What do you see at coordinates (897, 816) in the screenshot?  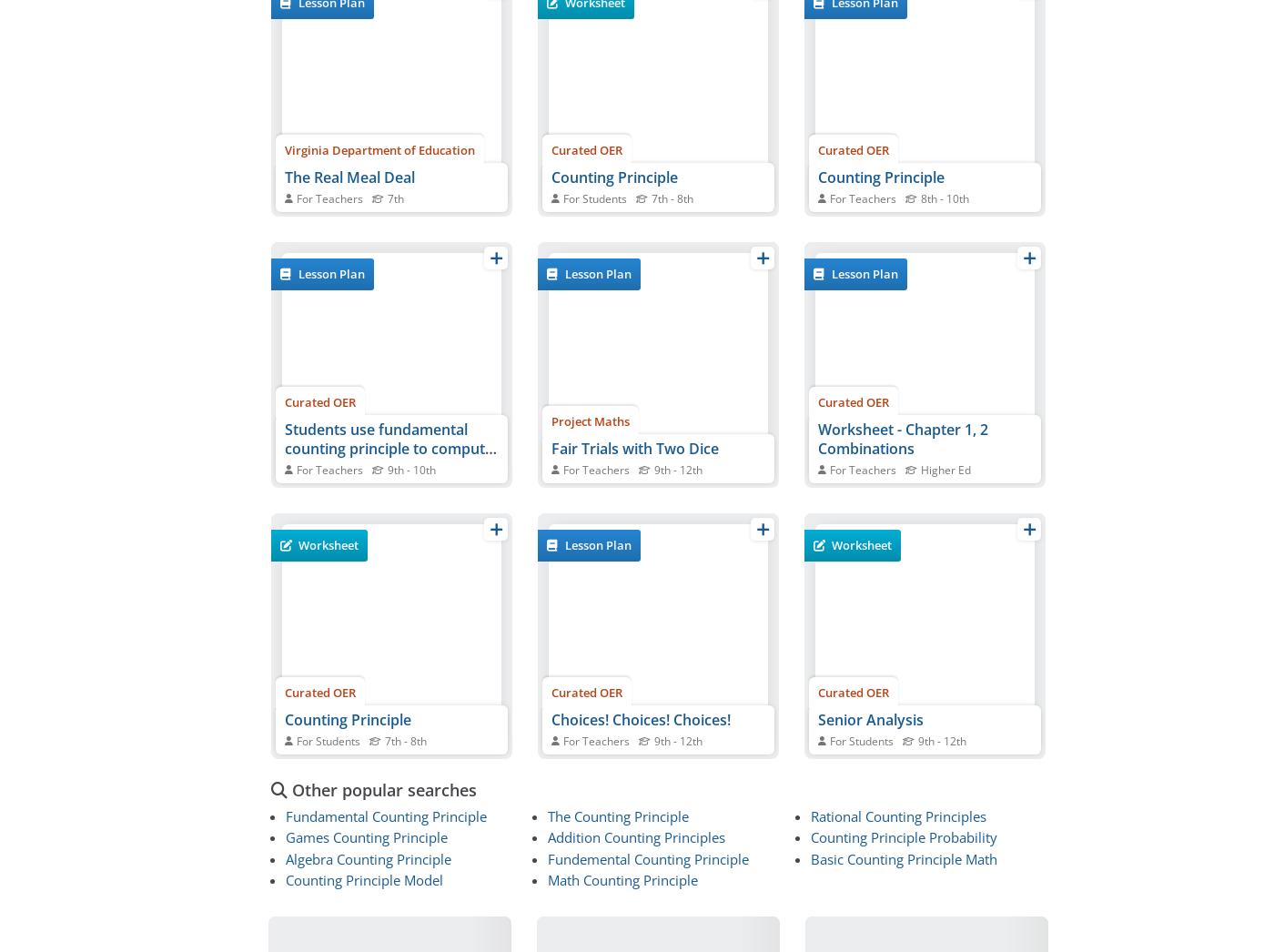 I see `'Rational Counting Principles'` at bounding box center [897, 816].